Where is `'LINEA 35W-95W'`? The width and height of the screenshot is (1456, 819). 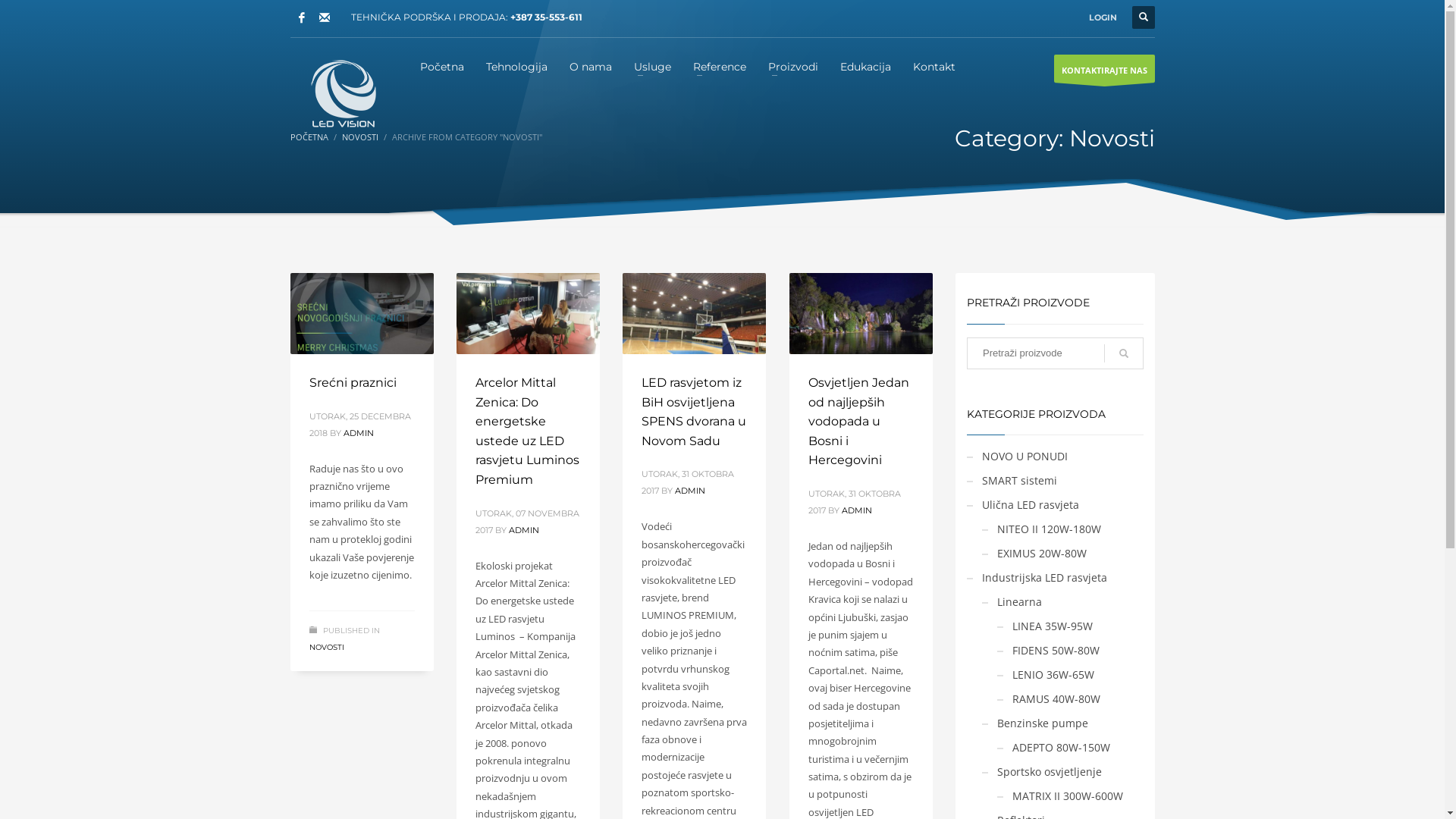
'LINEA 35W-95W' is located at coordinates (1043, 626).